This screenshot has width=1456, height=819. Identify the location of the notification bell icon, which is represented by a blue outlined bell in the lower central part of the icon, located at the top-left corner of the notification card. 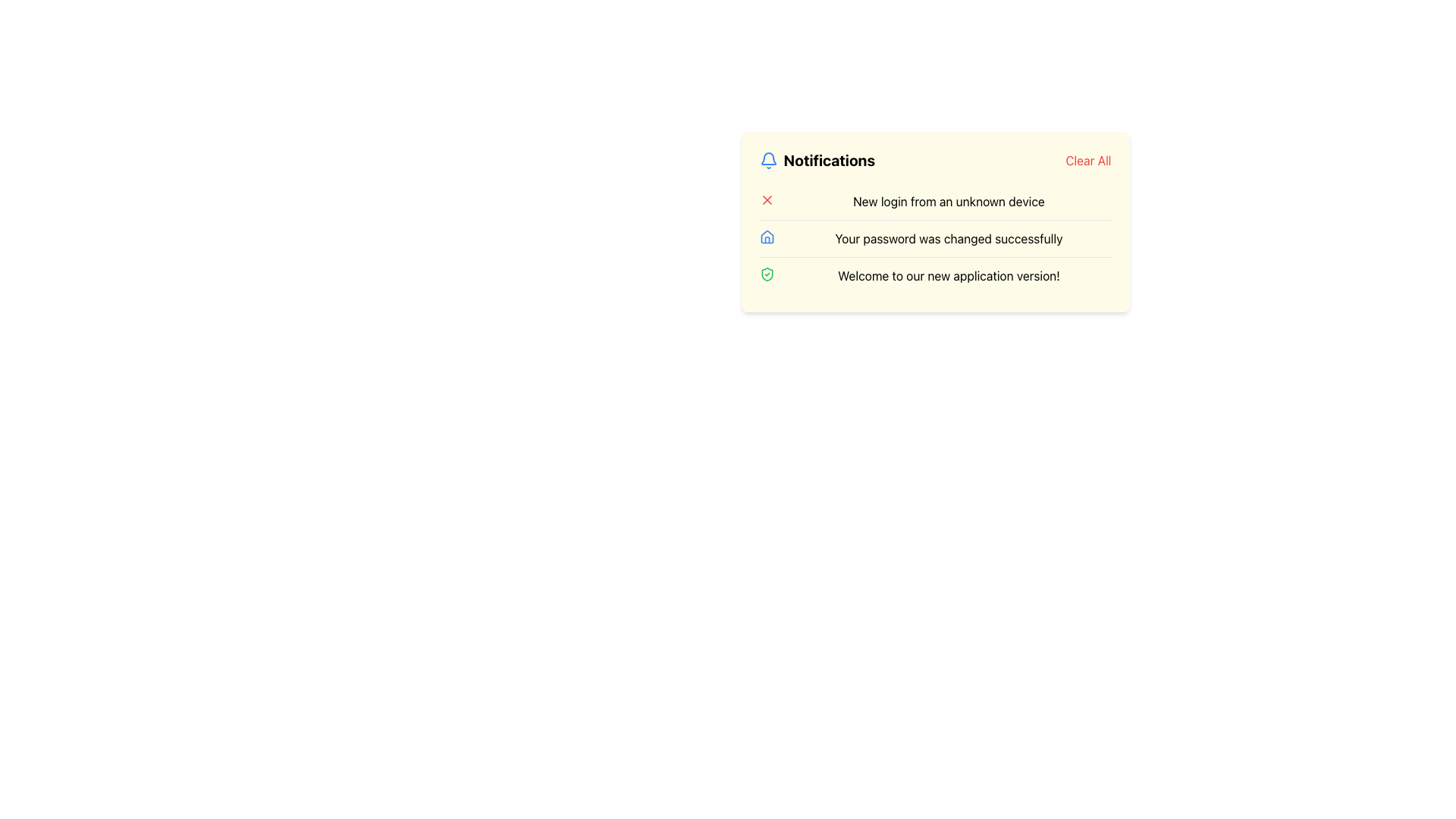
(768, 158).